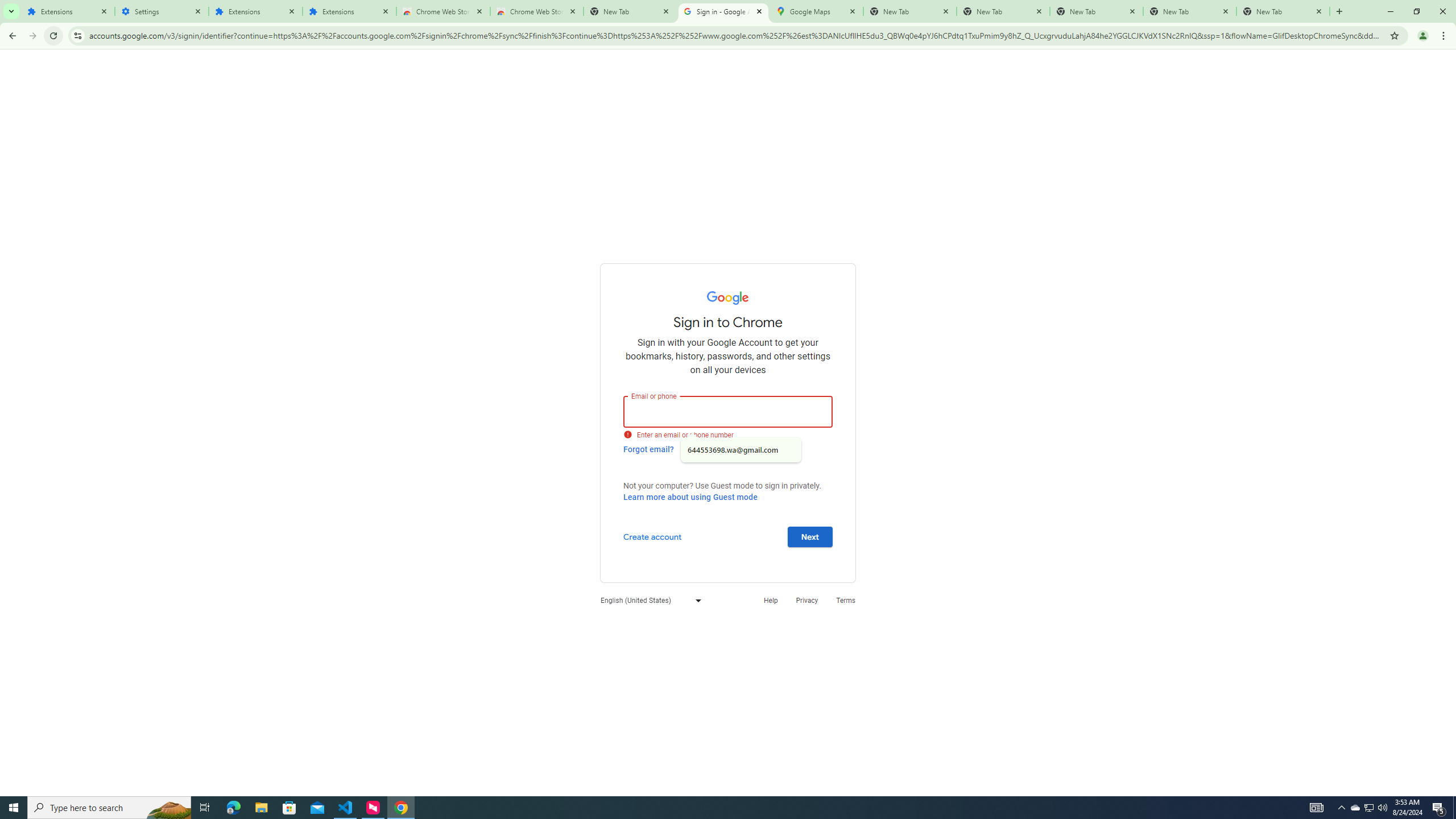  I want to click on 'Minimize', so click(1389, 11).